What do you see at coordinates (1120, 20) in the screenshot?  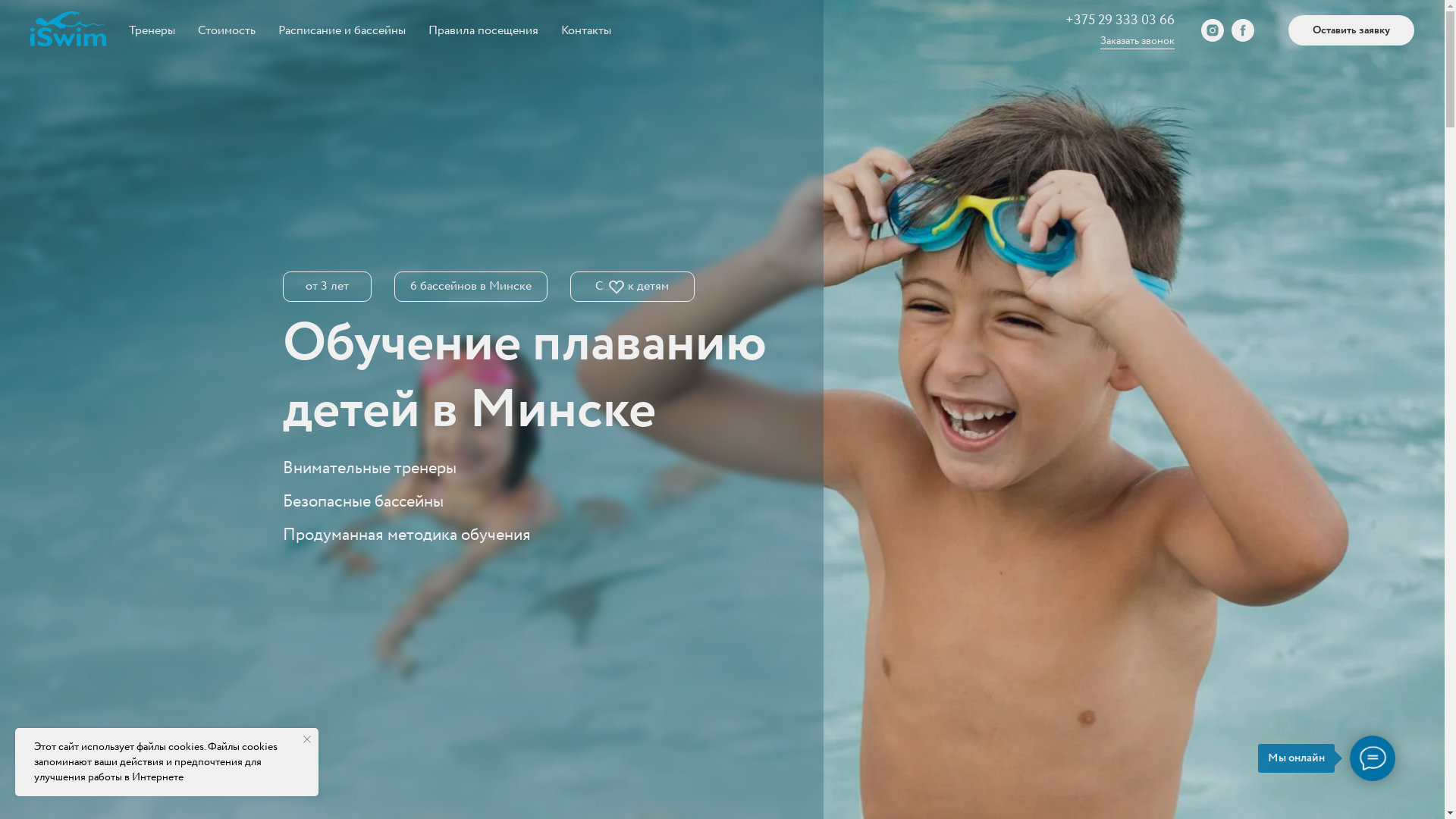 I see `'+375 29 333 03 66'` at bounding box center [1120, 20].